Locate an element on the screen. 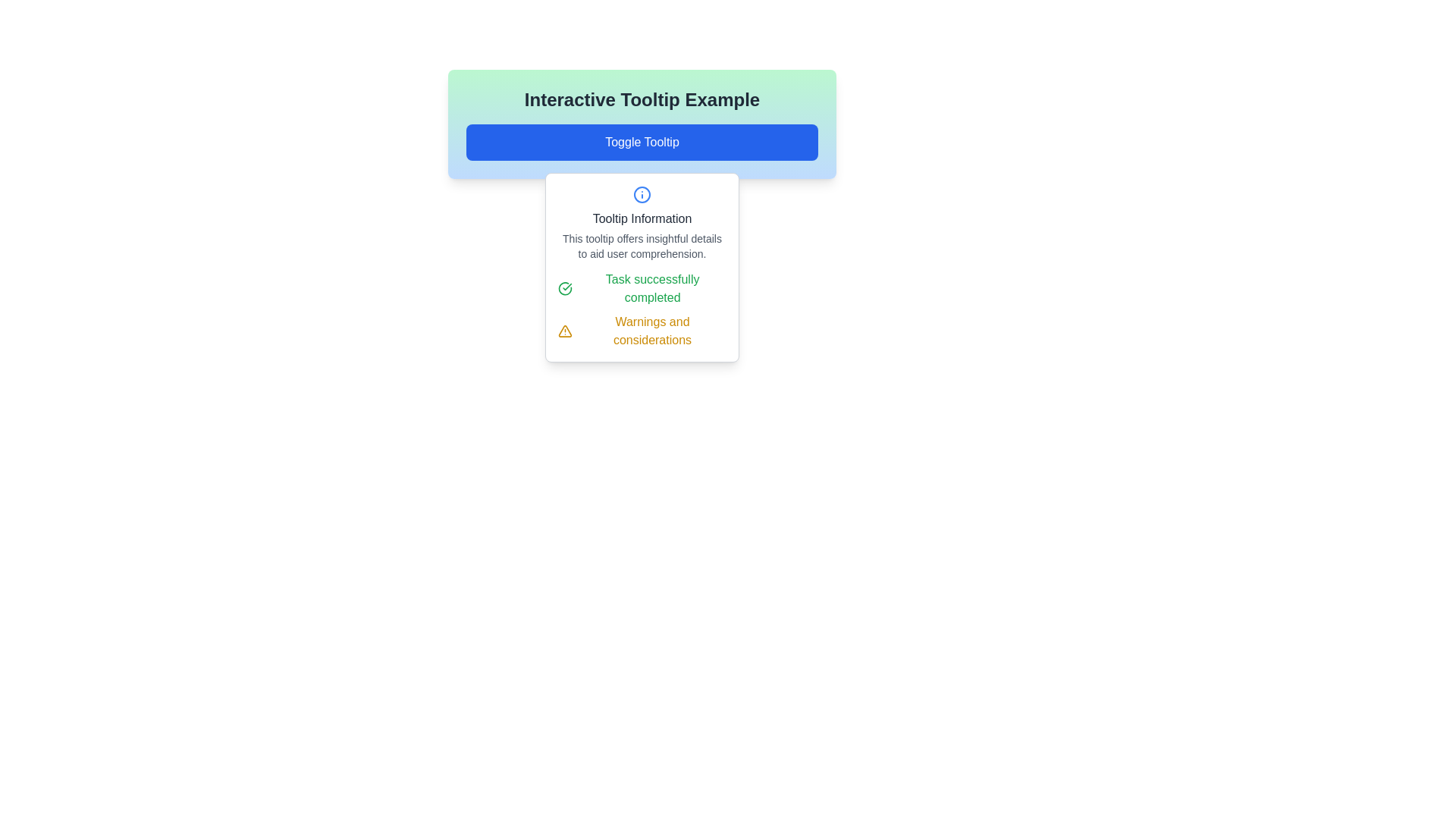  the accompanying icons within the Informational status display located in the tooltip box beneath the header 'Tooltip Information' is located at coordinates (642, 309).